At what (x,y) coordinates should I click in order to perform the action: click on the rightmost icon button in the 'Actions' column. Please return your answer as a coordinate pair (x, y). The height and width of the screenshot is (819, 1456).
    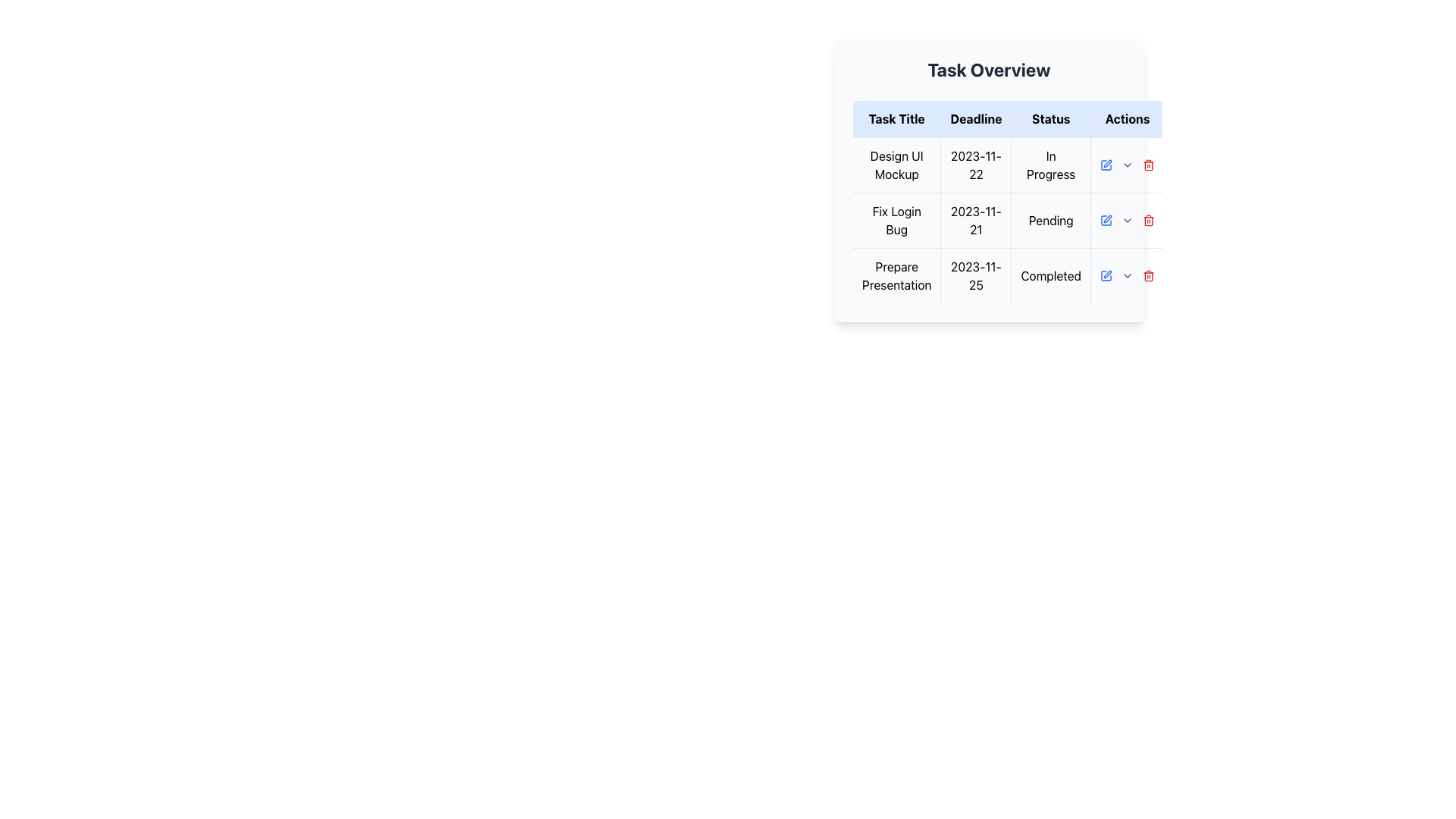
    Looking at the image, I should click on (1149, 221).